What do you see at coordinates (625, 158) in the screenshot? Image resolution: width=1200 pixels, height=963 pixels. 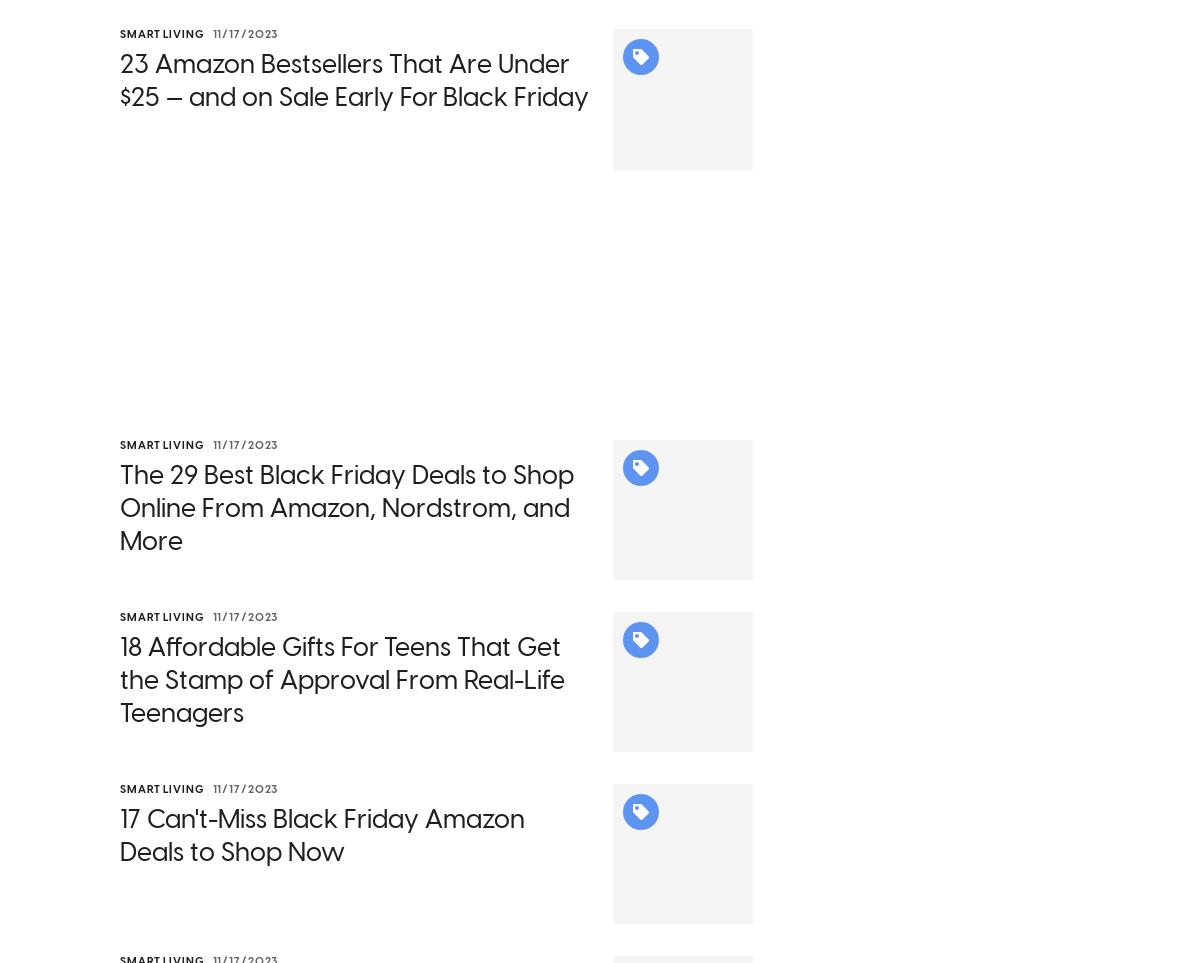 I see `'Terms'` at bounding box center [625, 158].